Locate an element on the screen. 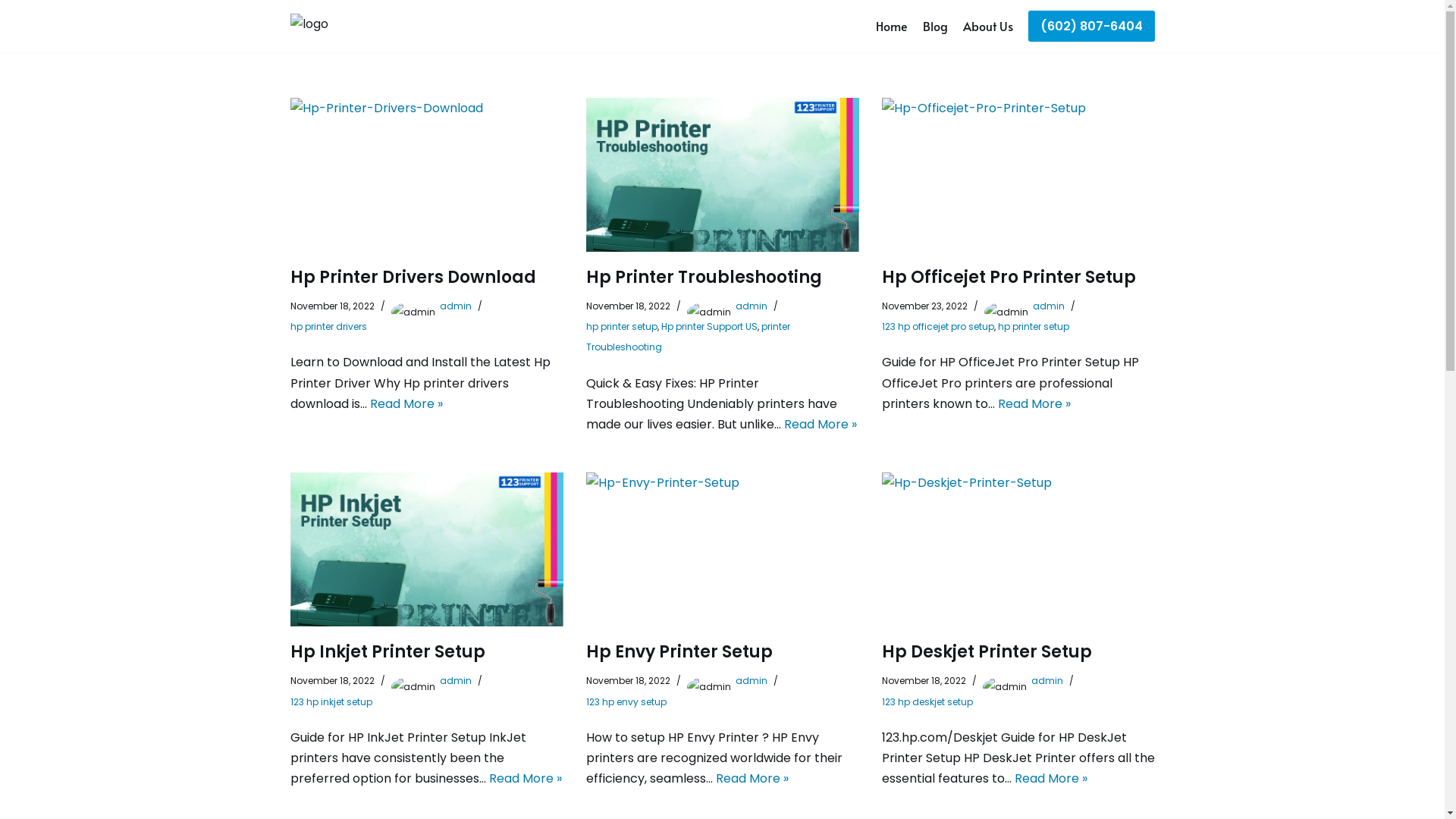  'Hp Officejet Pro Printer Setup' is located at coordinates (1008, 277).